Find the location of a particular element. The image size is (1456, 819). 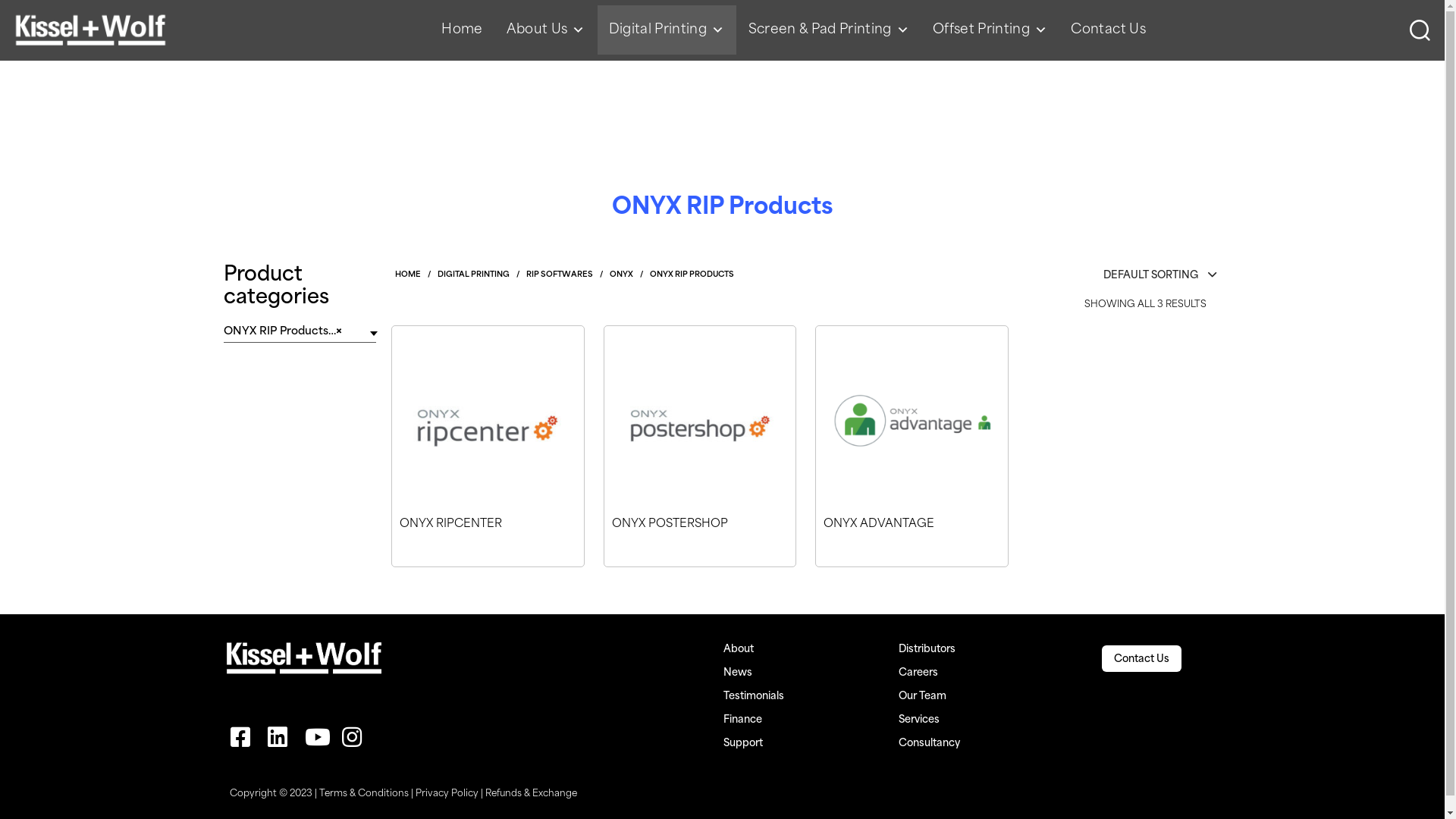

'News' is located at coordinates (738, 672).